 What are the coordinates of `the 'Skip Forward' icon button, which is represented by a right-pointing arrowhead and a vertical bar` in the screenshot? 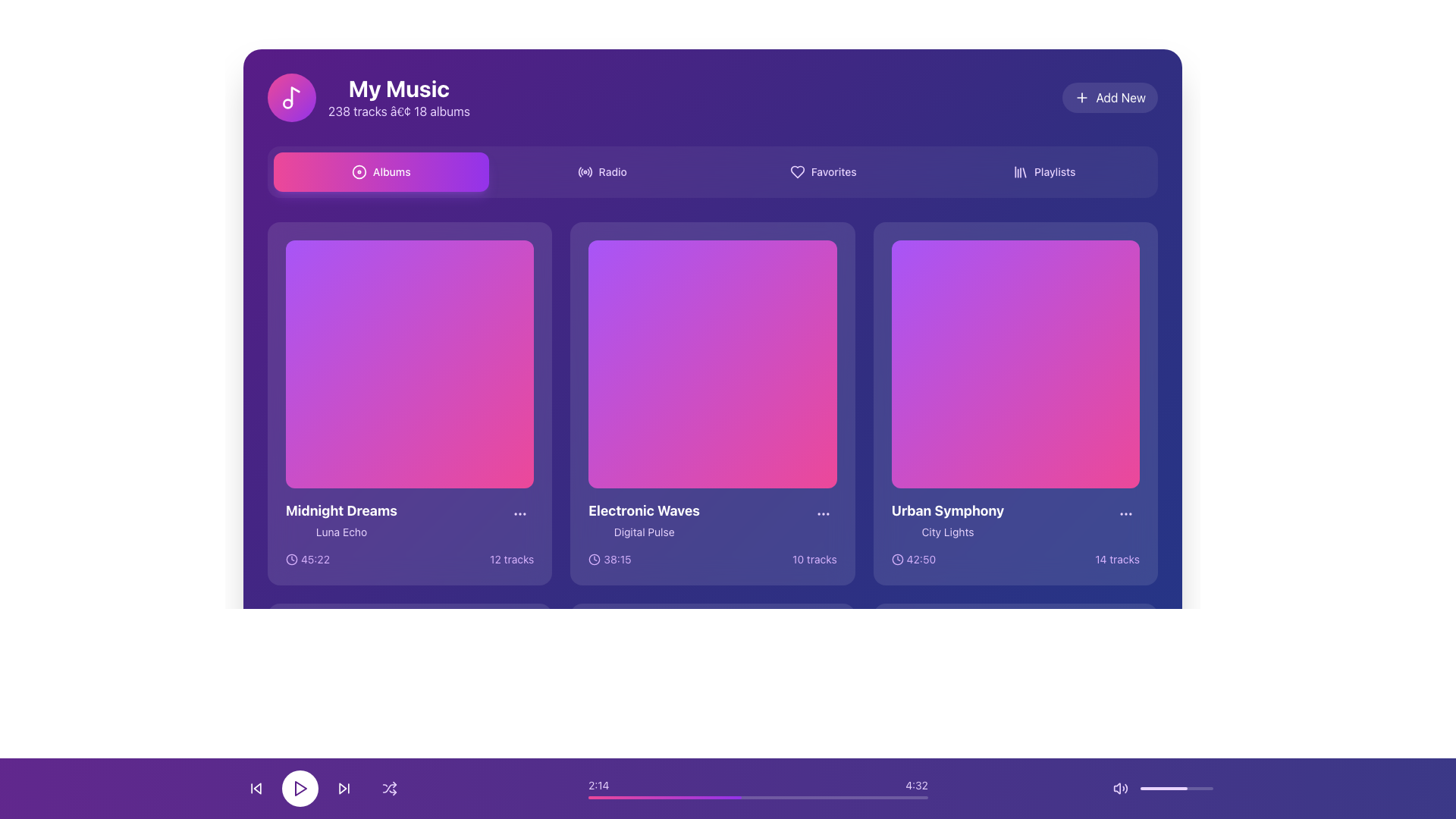 It's located at (344, 788).